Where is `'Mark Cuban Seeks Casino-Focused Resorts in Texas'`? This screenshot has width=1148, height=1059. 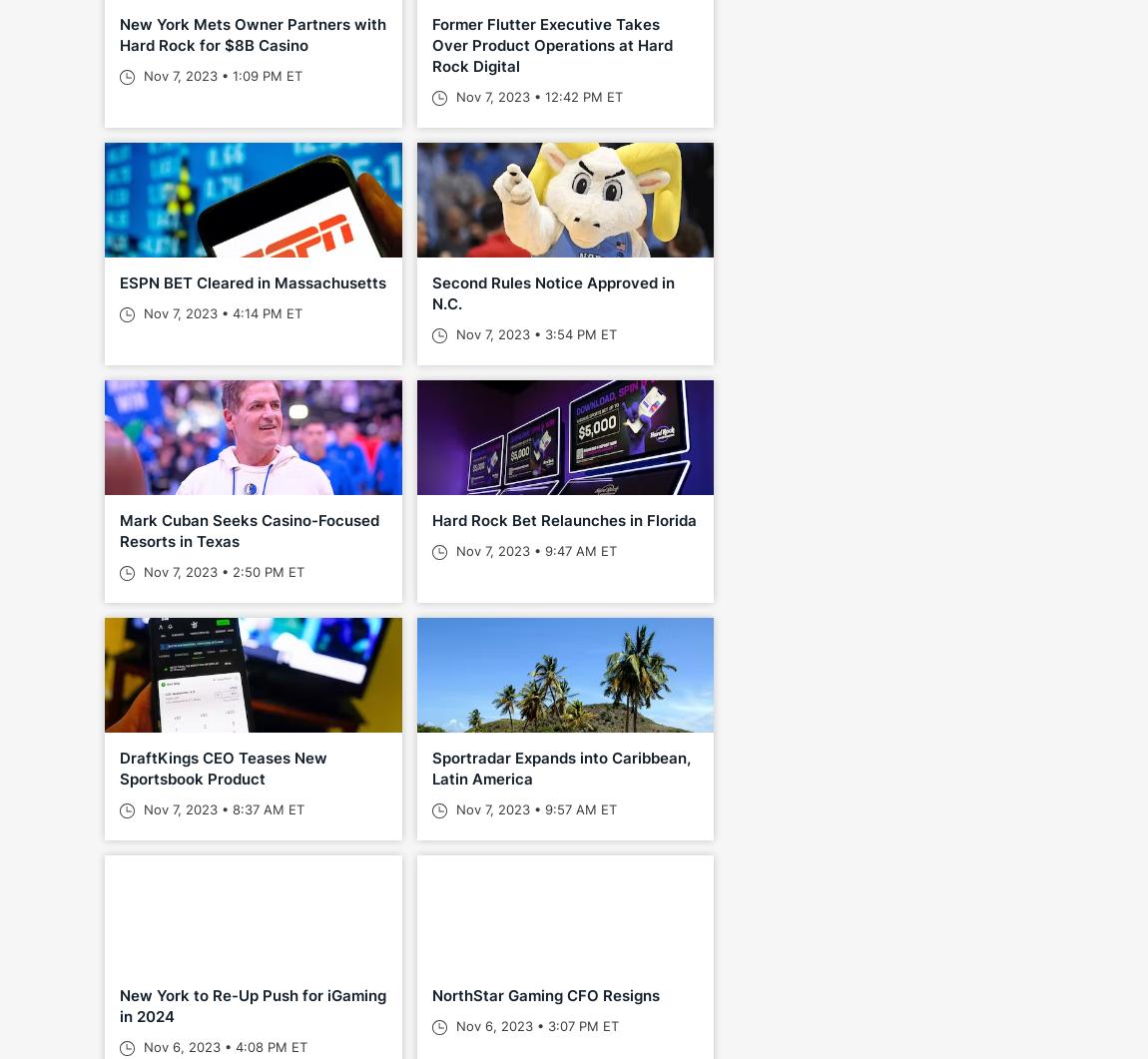
'Mark Cuban Seeks Casino-Focused Resorts in Texas' is located at coordinates (249, 529).